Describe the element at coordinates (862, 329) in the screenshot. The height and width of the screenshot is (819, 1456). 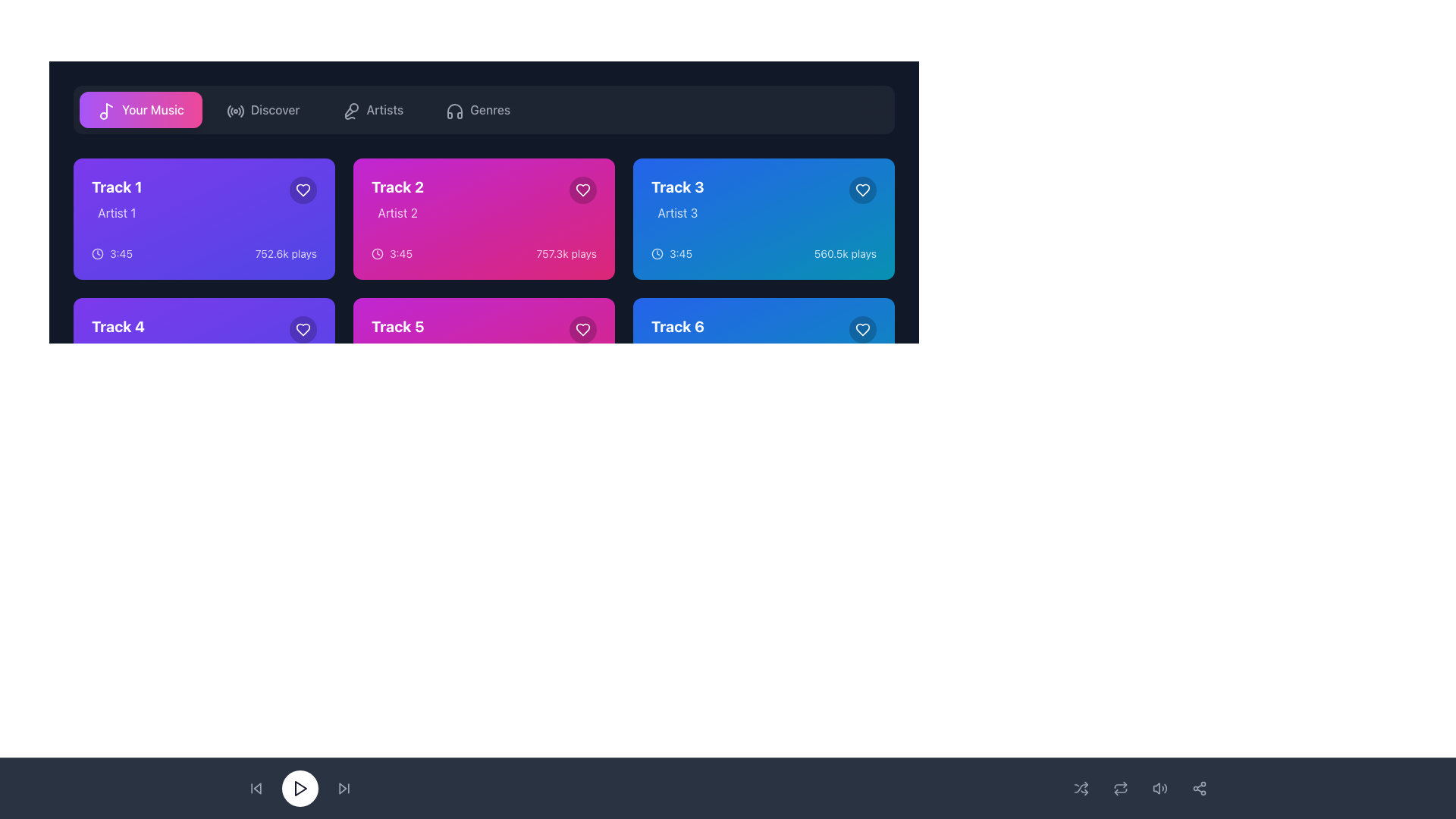
I see `the favorite icon located at the top-right corner of the 'Track 6' card` at that location.